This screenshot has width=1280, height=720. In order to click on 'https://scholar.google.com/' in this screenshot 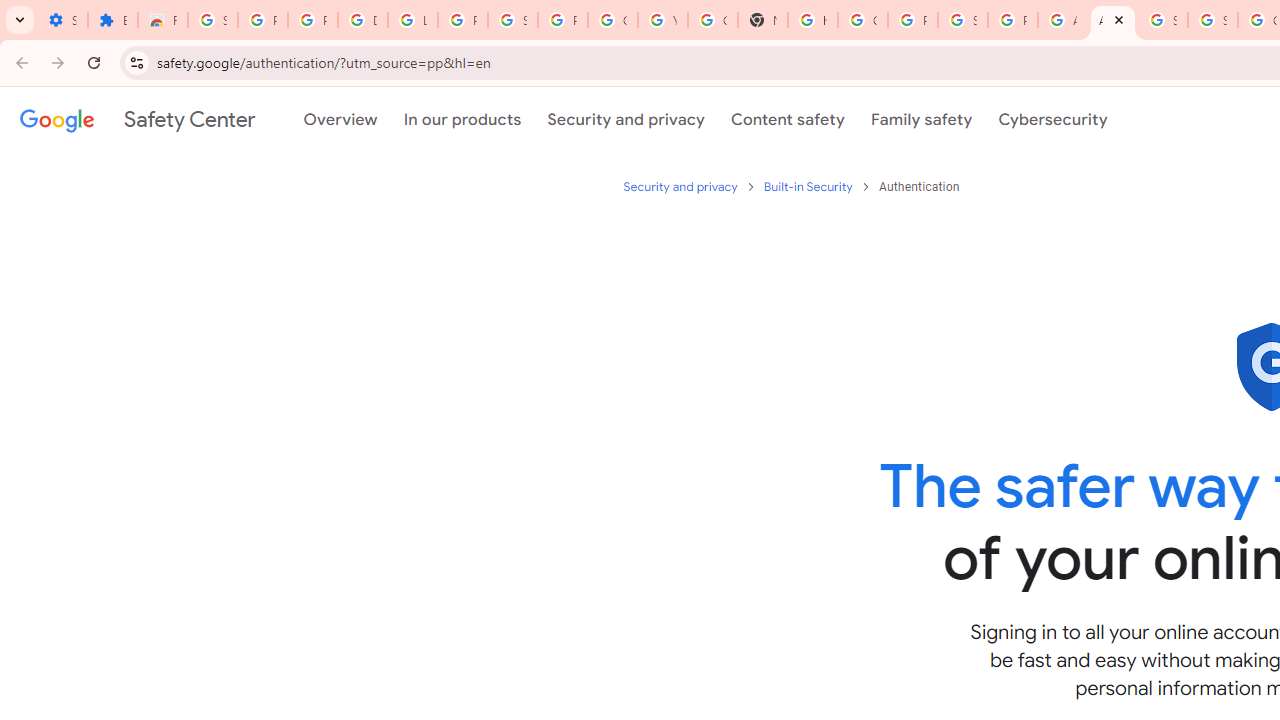, I will do `click(813, 20)`.